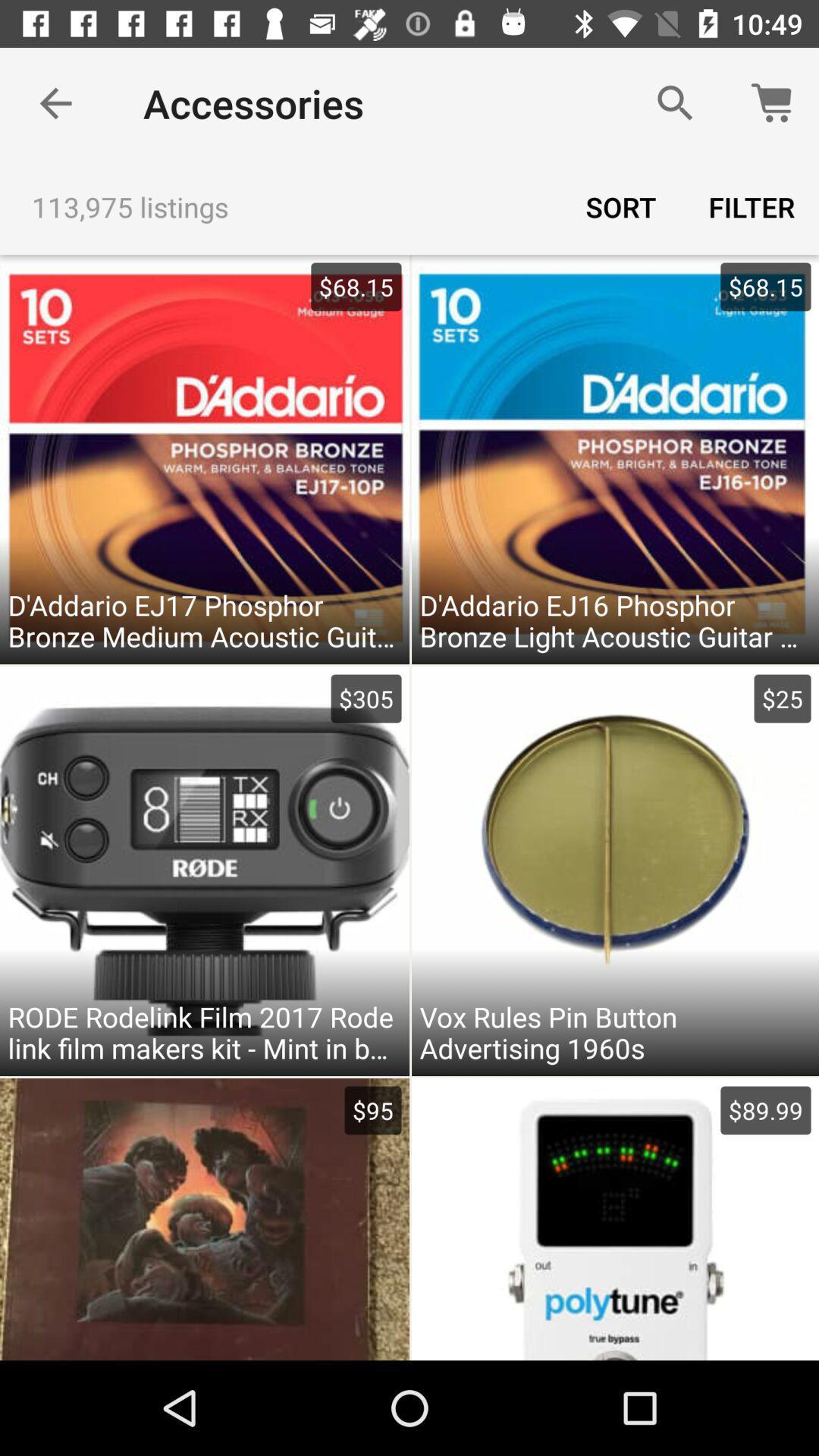  What do you see at coordinates (55, 102) in the screenshot?
I see `the item above the 113,975 listings` at bounding box center [55, 102].